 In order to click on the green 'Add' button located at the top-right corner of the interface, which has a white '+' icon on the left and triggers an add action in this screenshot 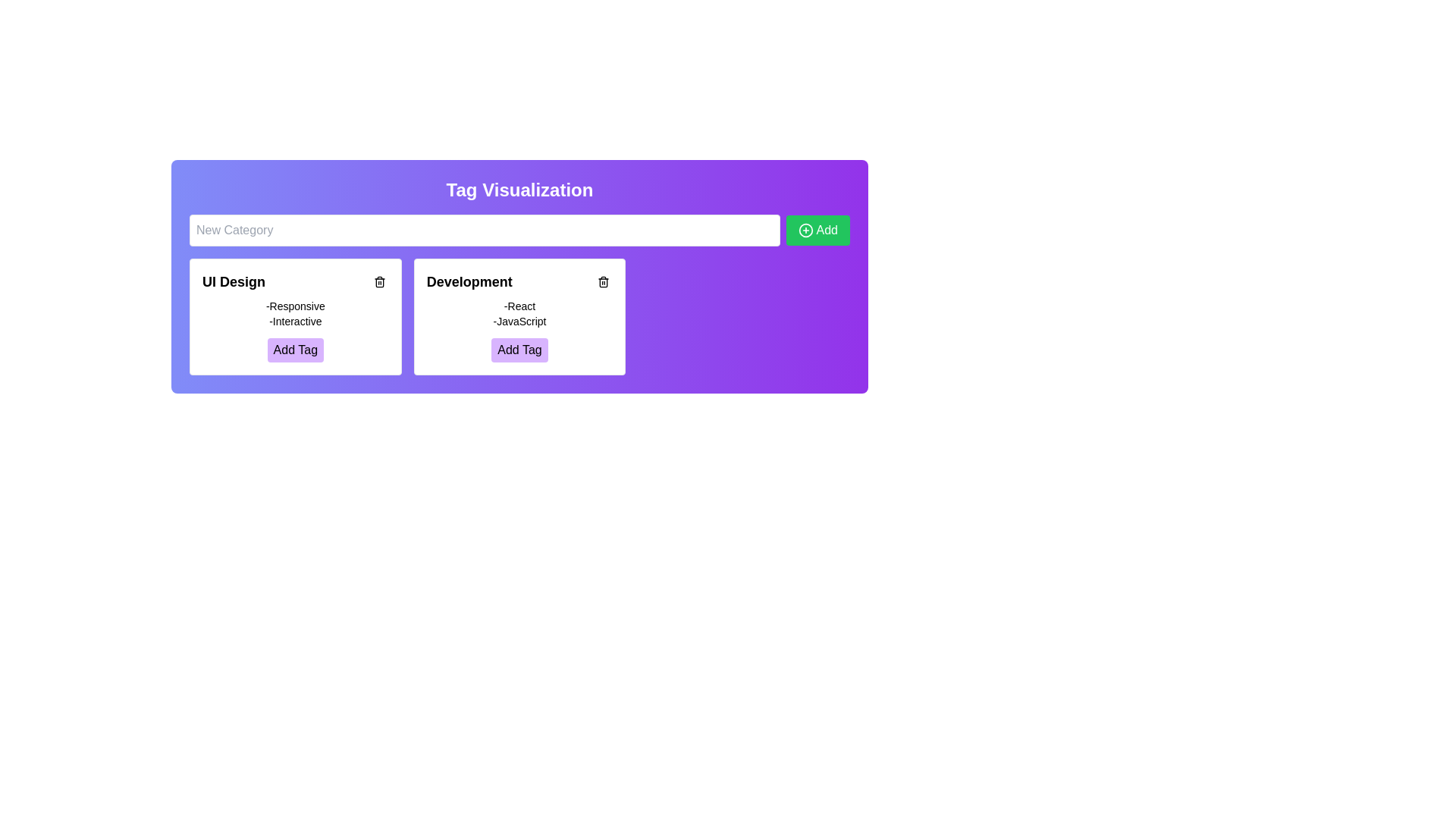, I will do `click(817, 231)`.